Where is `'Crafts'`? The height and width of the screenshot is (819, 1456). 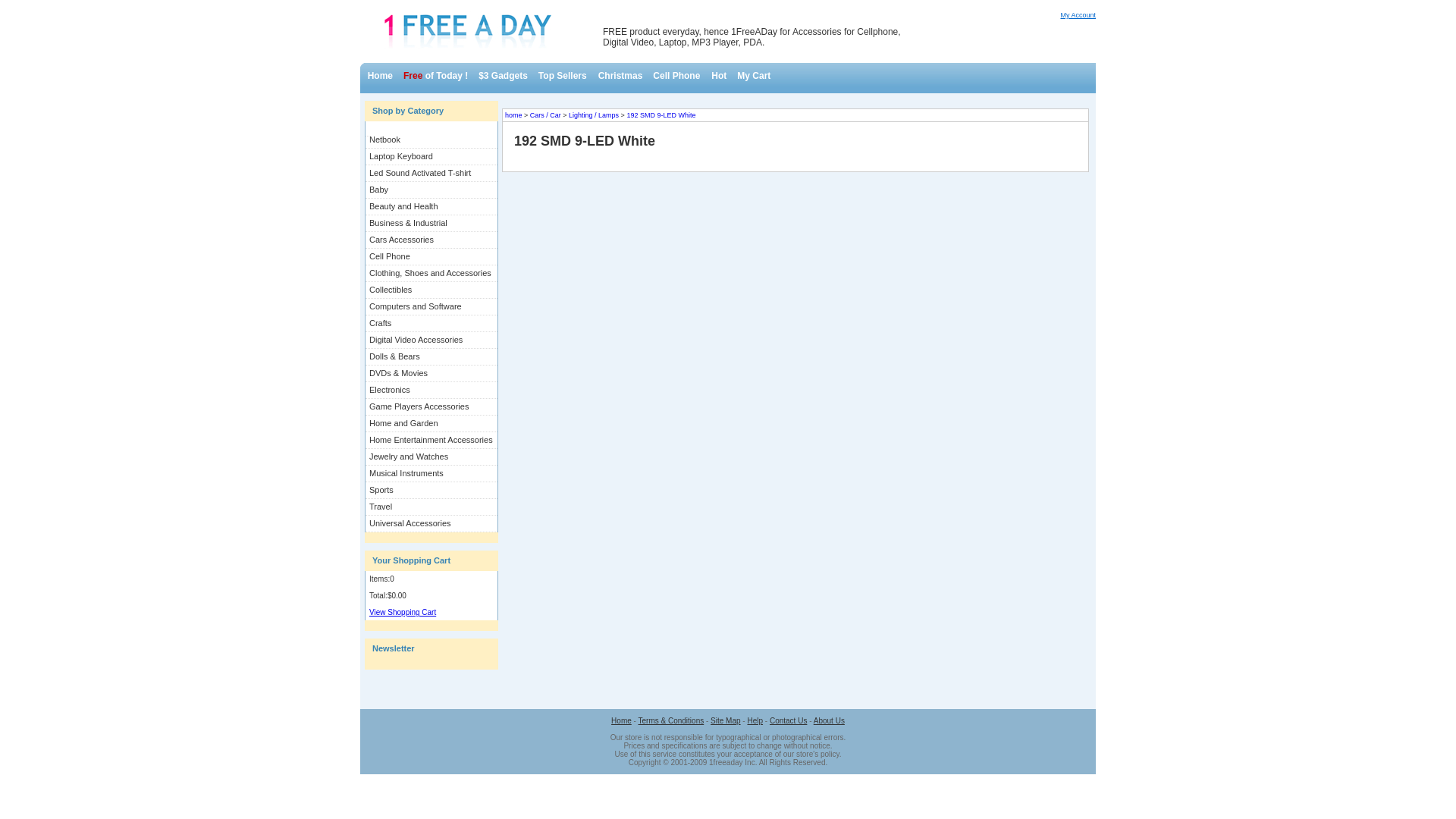 'Crafts' is located at coordinates (432, 322).